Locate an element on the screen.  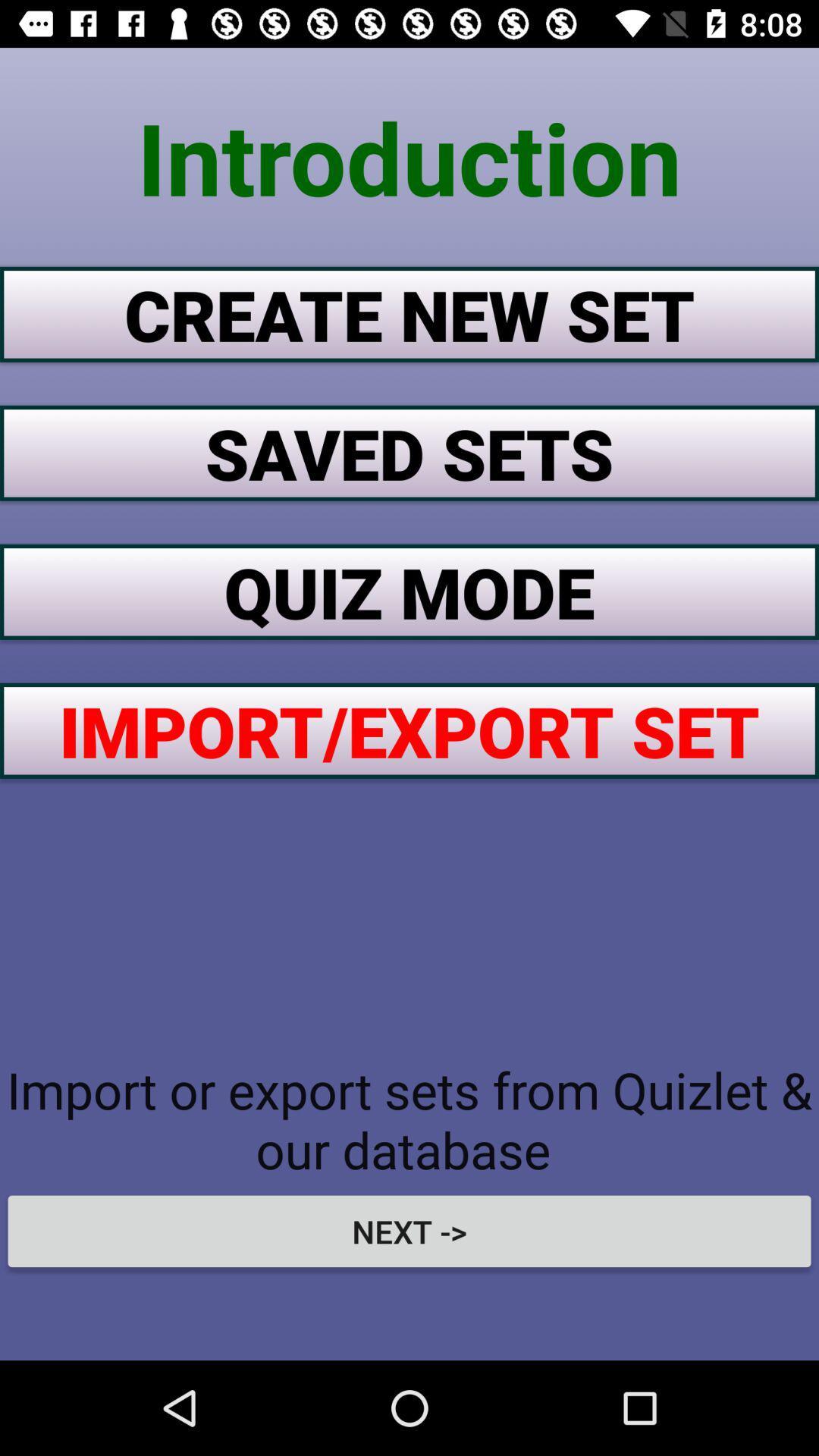
the app below the import or export icon is located at coordinates (409, 1231).